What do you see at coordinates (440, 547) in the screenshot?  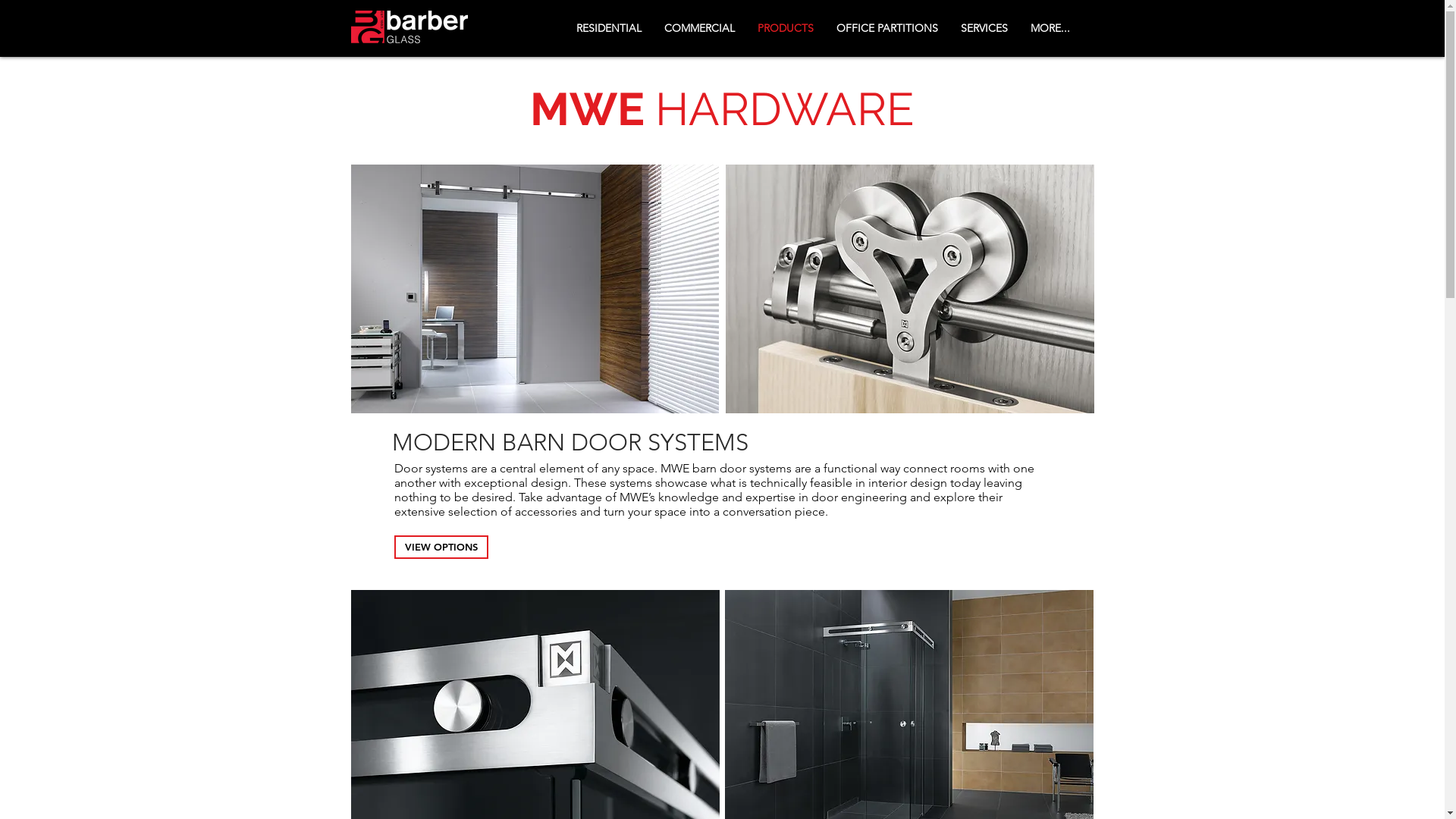 I see `'VIEW OPTIONS'` at bounding box center [440, 547].